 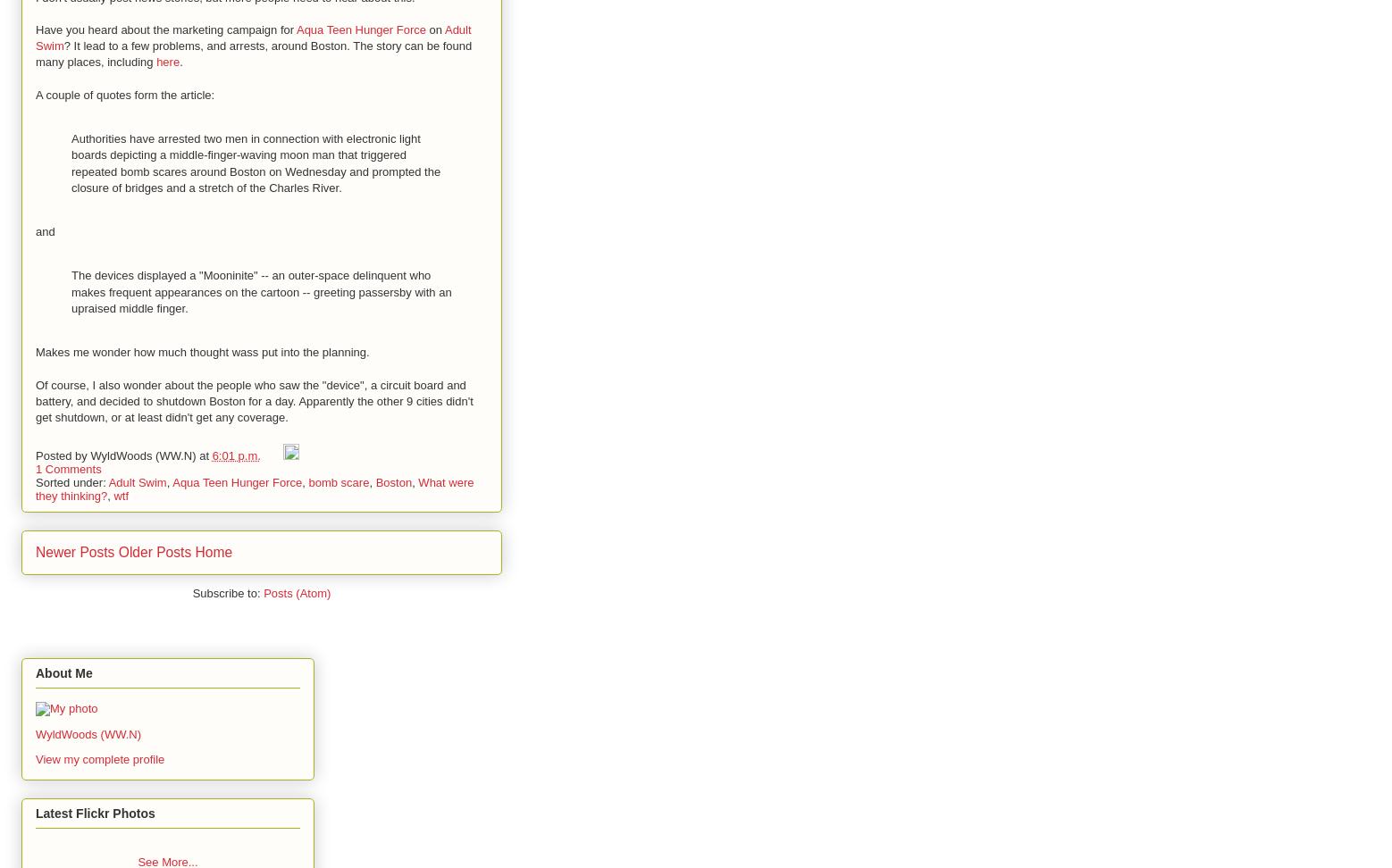 What do you see at coordinates (194, 551) in the screenshot?
I see `'Home'` at bounding box center [194, 551].